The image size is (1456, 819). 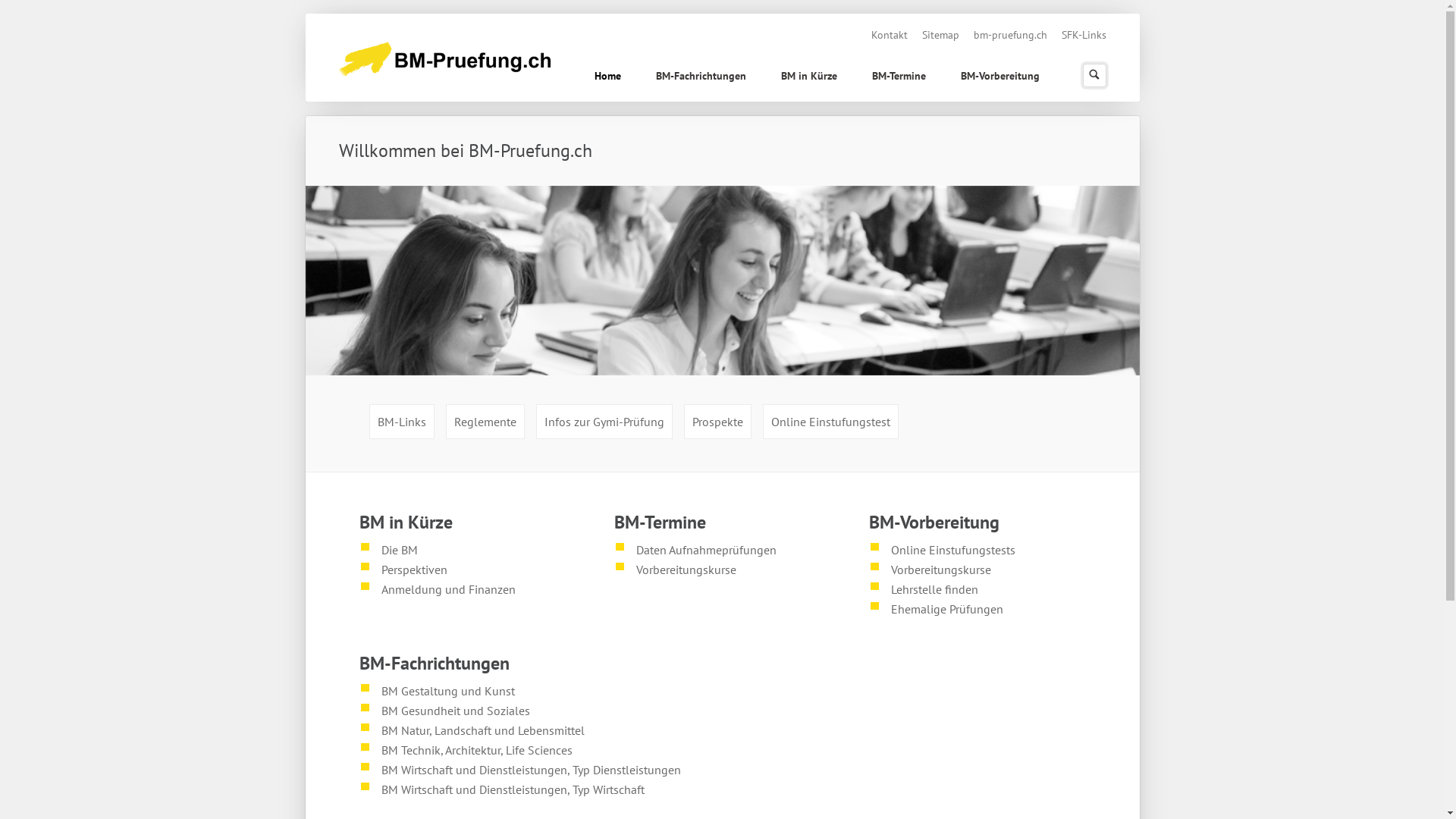 What do you see at coordinates (482, 730) in the screenshot?
I see `'BM Natur, Landschaft und Lebensmittel'` at bounding box center [482, 730].